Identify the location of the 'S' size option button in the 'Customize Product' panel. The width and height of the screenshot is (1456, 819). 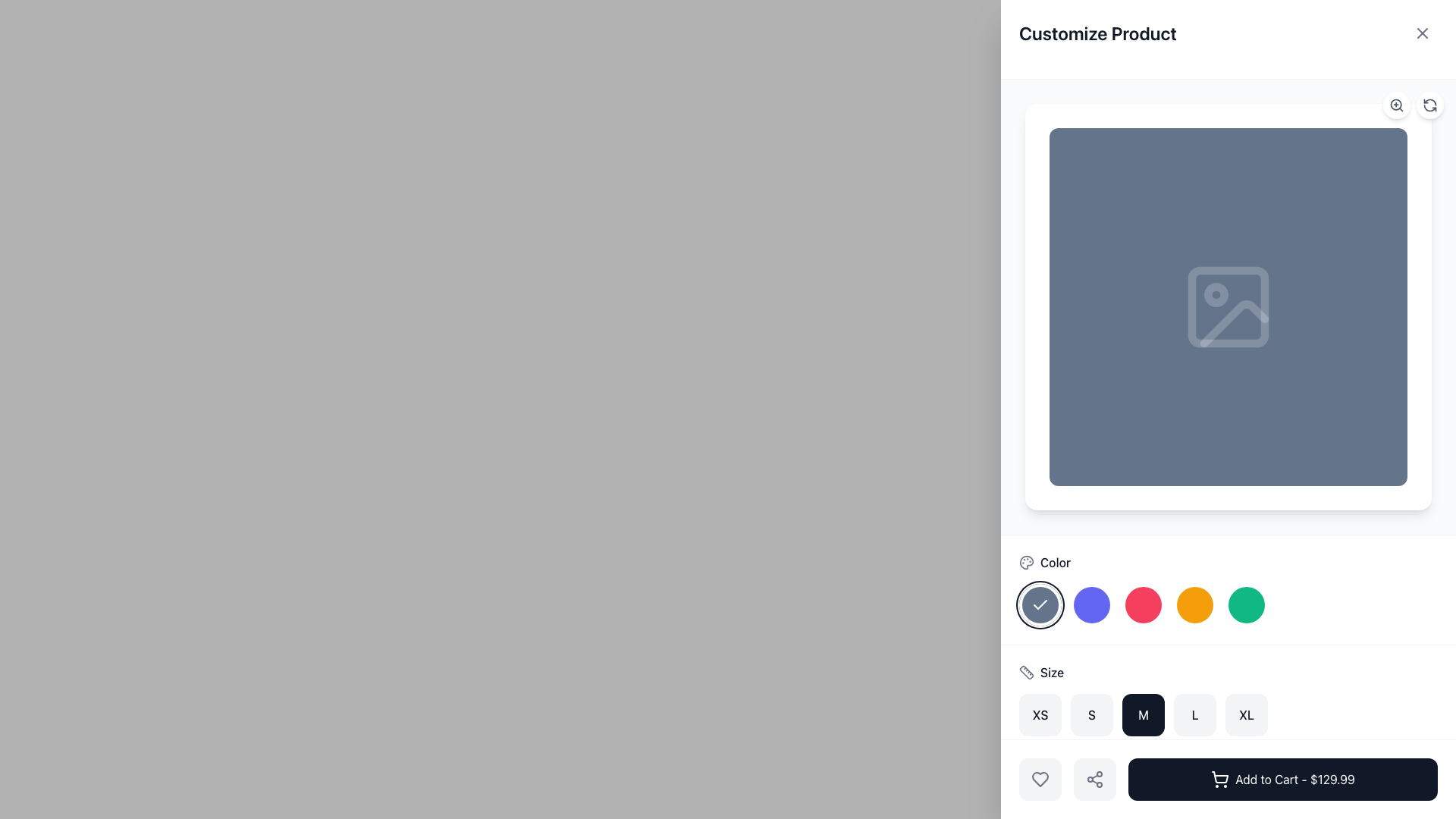
(1092, 714).